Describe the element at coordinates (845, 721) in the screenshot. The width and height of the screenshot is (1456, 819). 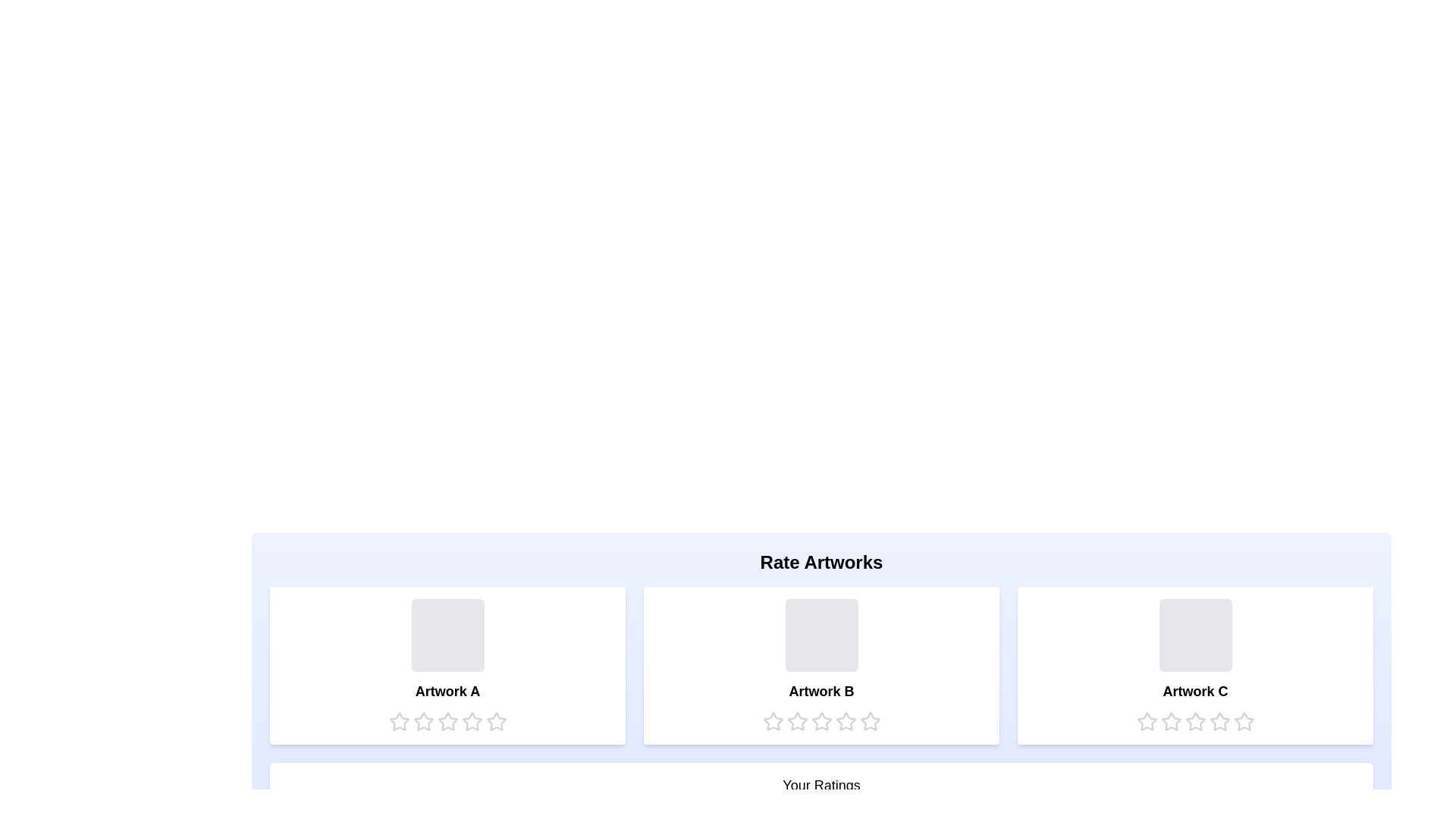
I see `the star corresponding to the rating 4 for the artwork Artwork B` at that location.